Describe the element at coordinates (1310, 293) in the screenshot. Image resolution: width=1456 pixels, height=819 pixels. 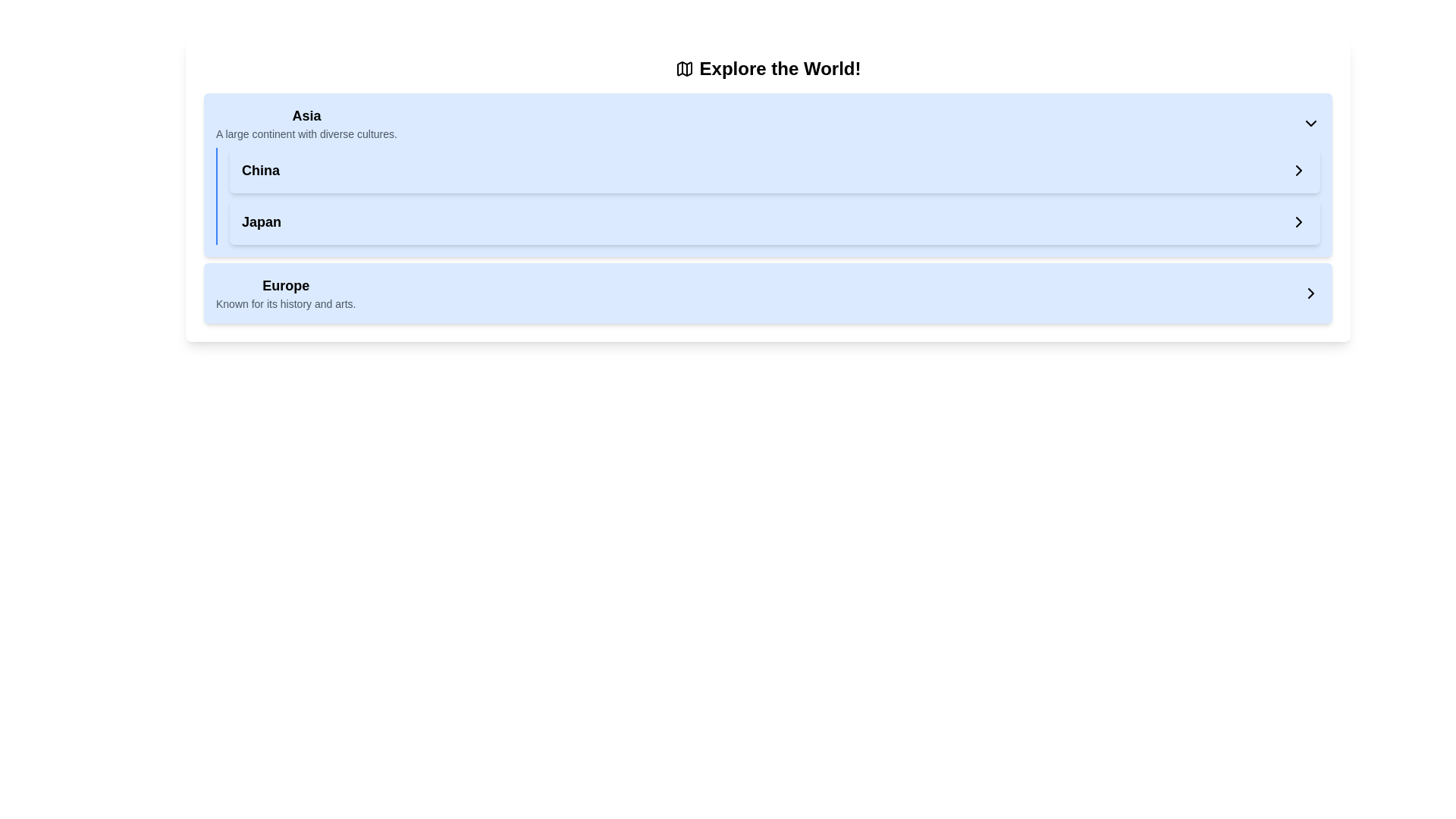
I see `the right-facing chevron icon located in the far right section of the 'Europe' row to initiate navigation` at that location.